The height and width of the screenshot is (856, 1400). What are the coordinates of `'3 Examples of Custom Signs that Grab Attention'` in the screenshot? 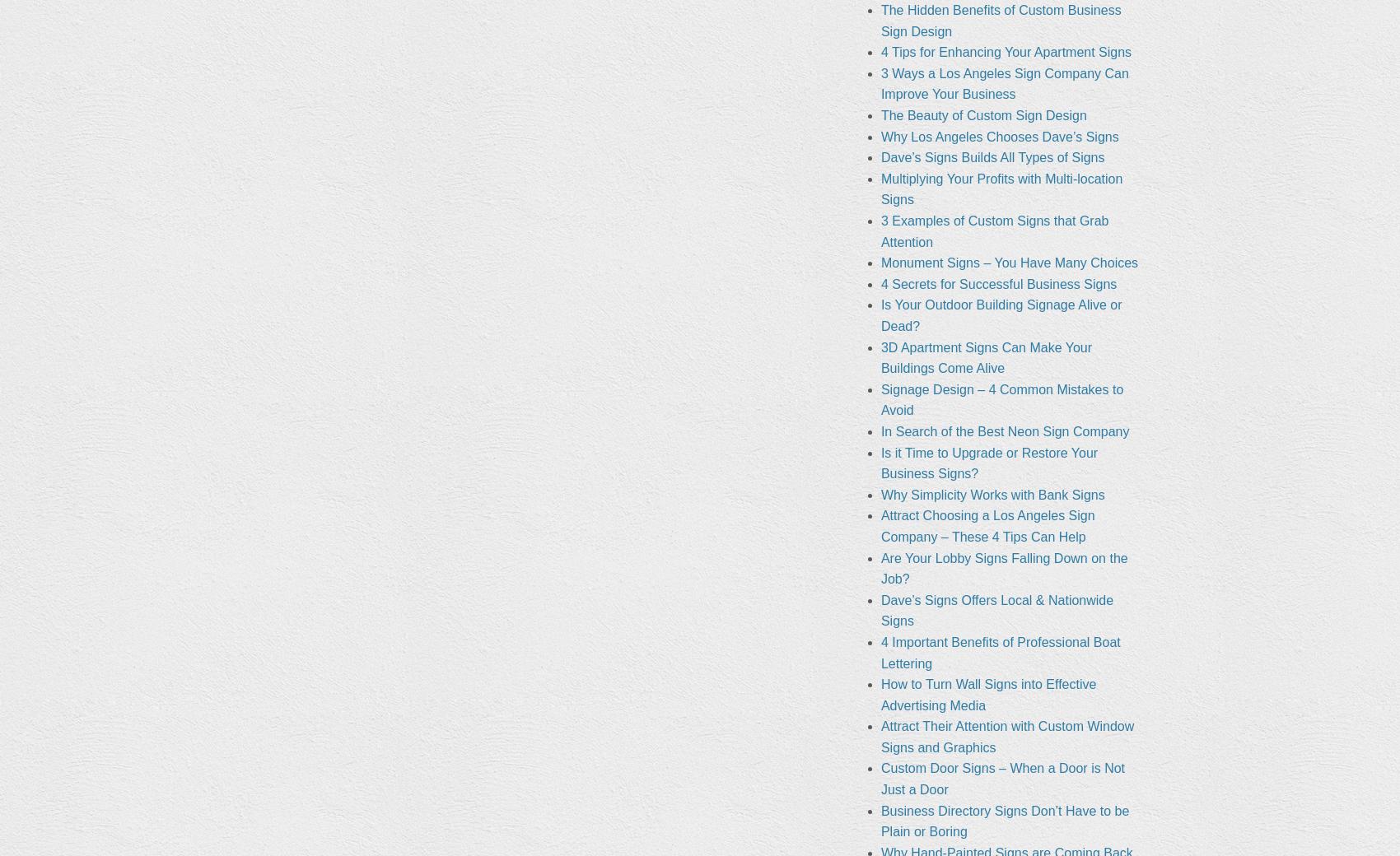 It's located at (880, 230).